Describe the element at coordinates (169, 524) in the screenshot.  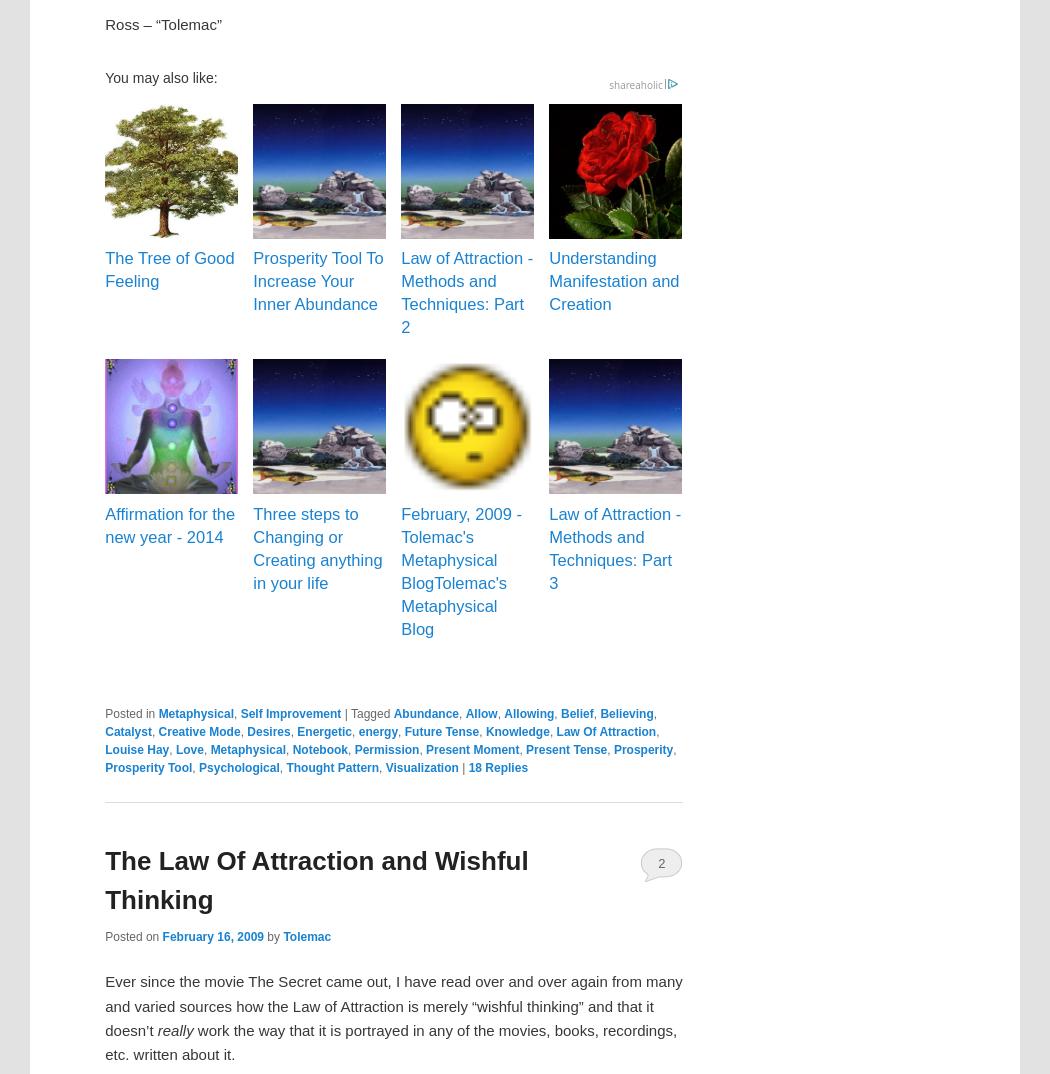
I see `'Affirmation for the new year - 2014'` at that location.